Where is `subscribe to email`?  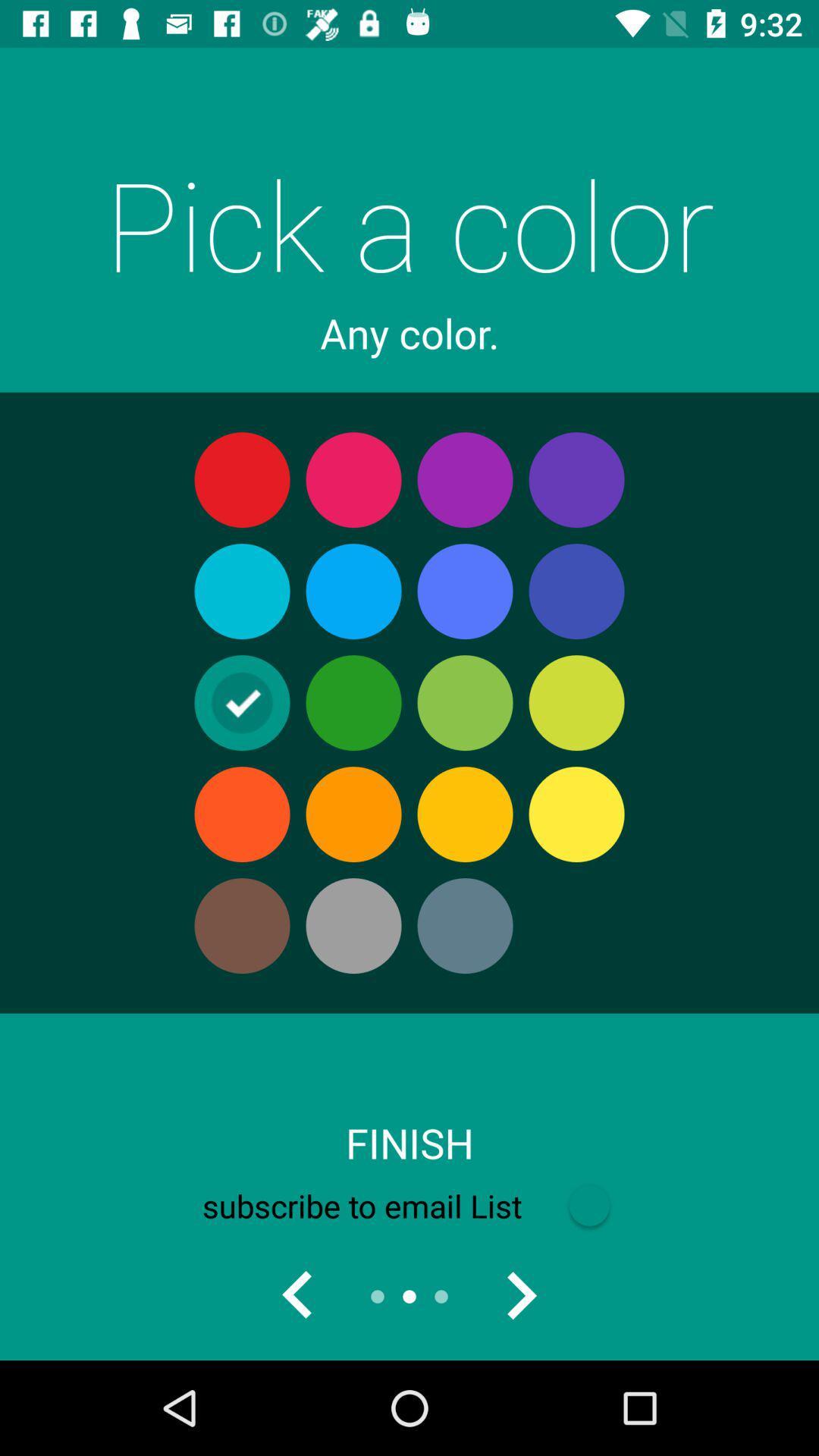 subscribe to email is located at coordinates (409, 1205).